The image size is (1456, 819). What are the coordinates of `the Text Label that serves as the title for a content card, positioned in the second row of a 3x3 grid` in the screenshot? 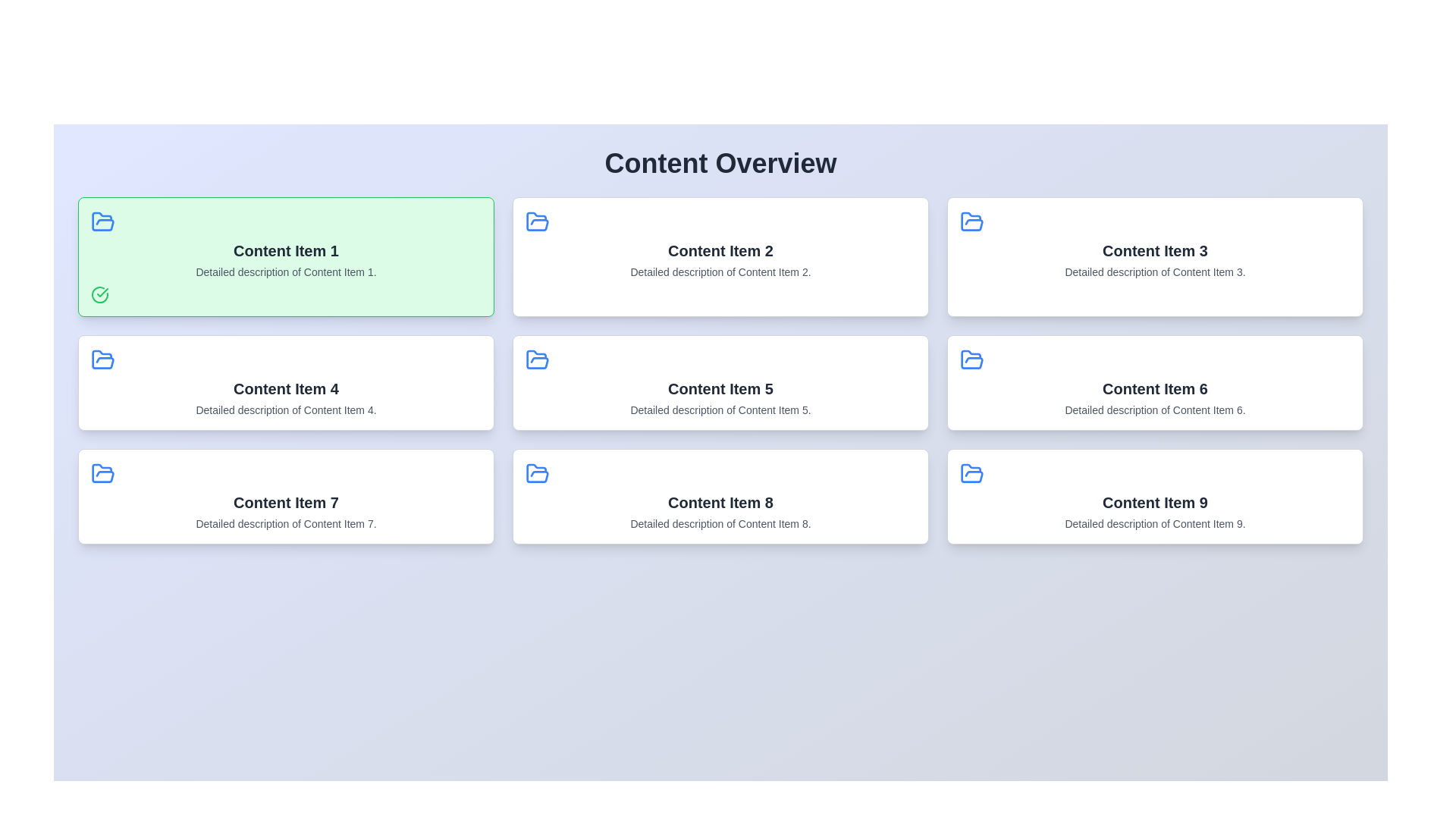 It's located at (286, 388).